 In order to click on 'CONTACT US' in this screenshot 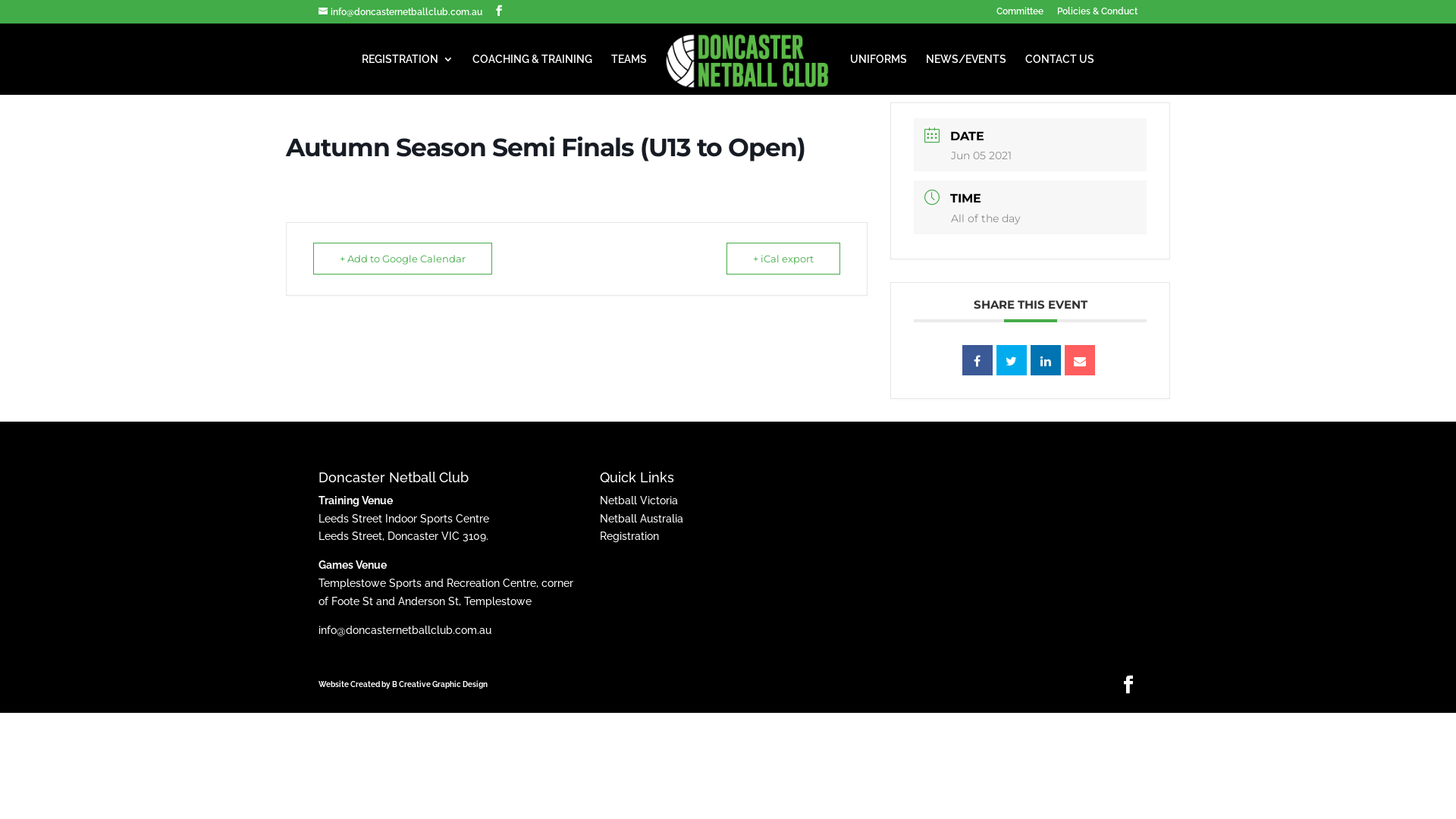, I will do `click(1059, 74)`.